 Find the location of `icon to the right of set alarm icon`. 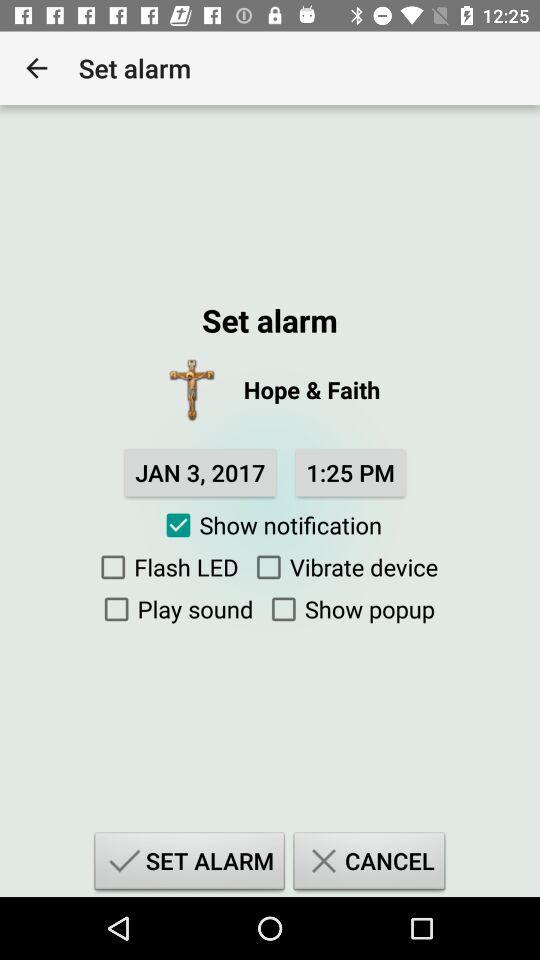

icon to the right of set alarm icon is located at coordinates (368, 863).